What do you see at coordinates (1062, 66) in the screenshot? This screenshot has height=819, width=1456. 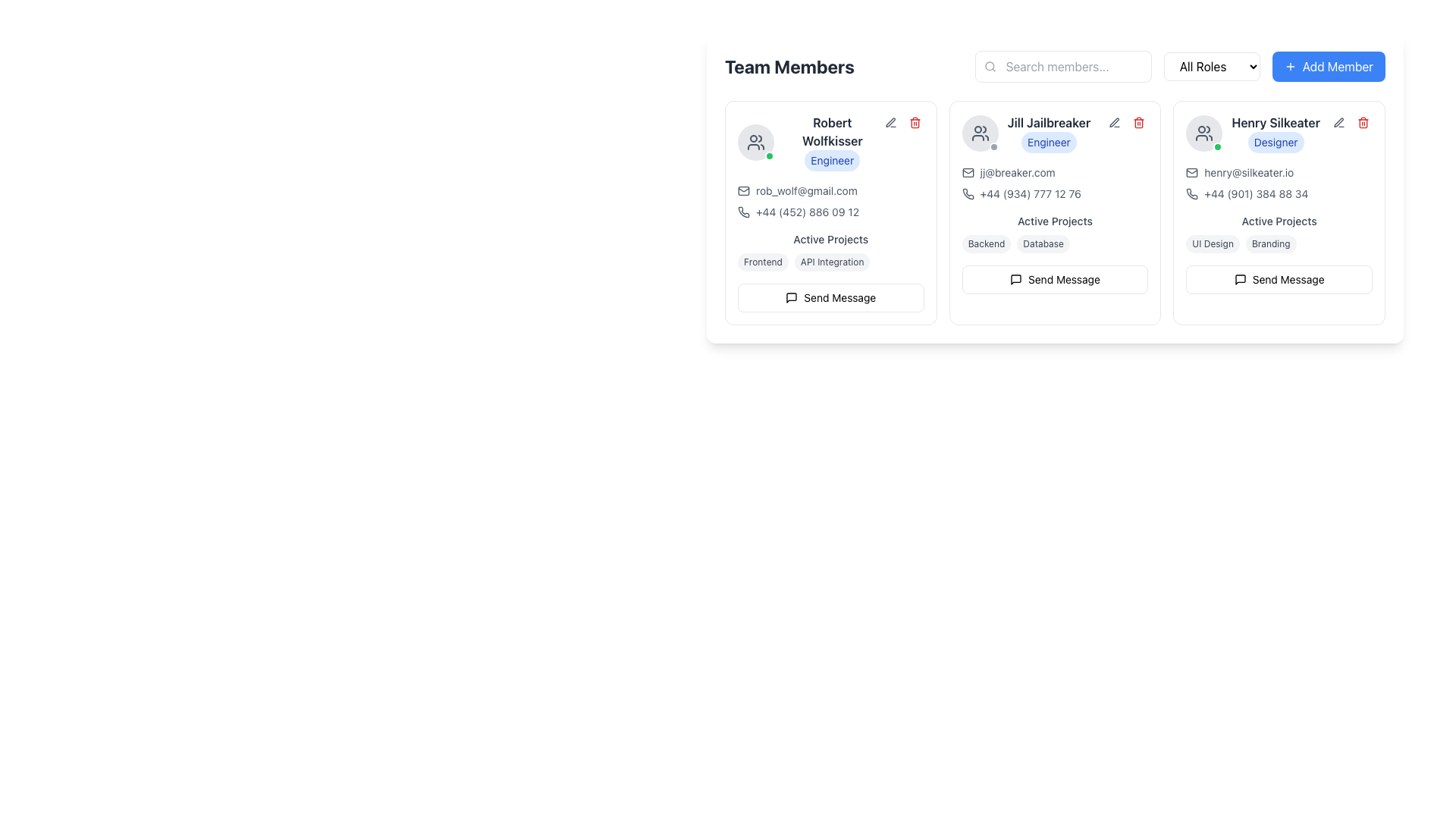 I see `the text input field with the placeholder 'Search members...' to focus on it` at bounding box center [1062, 66].